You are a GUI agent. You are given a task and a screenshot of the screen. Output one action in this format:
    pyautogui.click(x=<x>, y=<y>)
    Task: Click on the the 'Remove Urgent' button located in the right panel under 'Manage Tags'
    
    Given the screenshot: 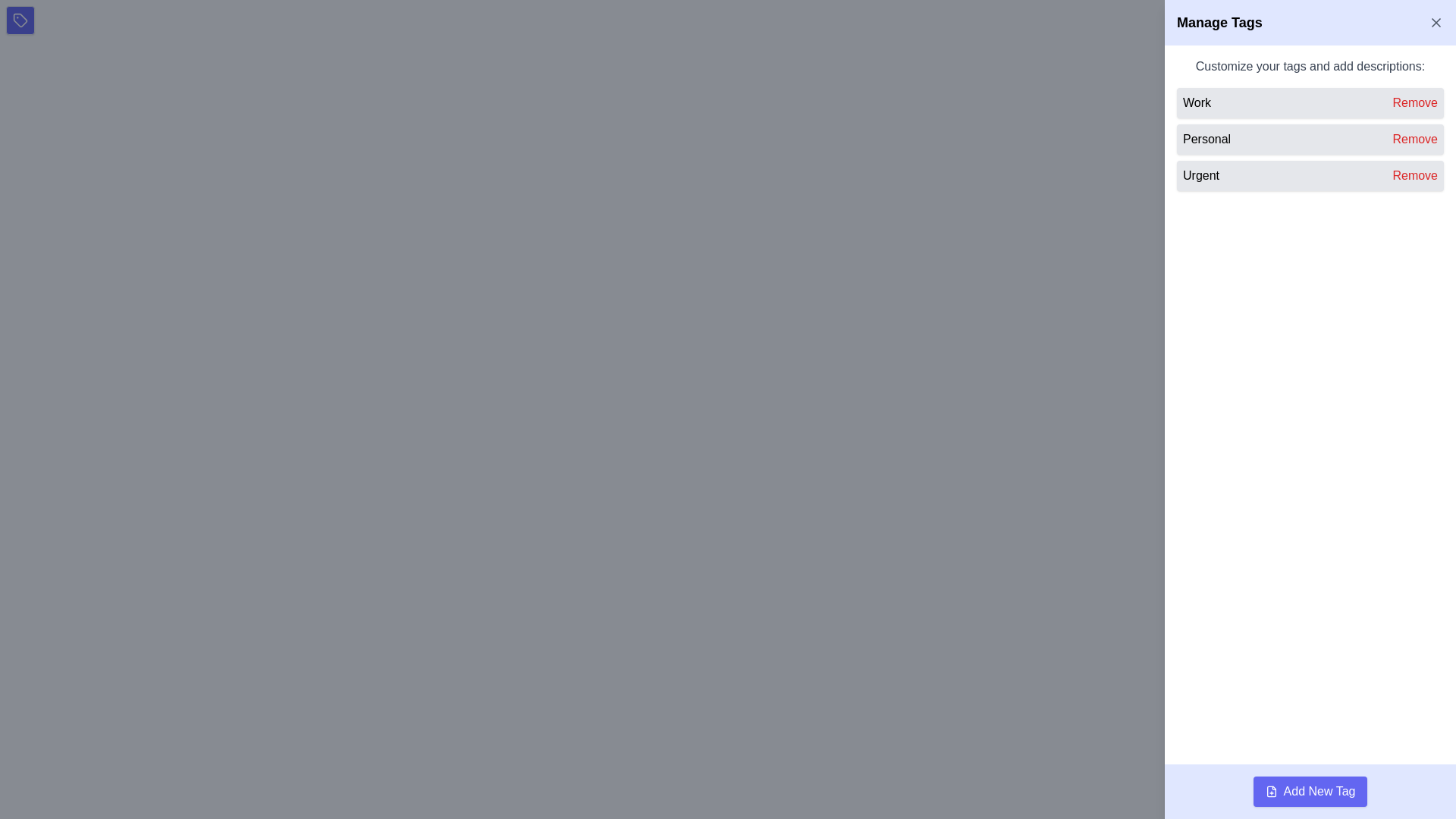 What is the action you would take?
    pyautogui.click(x=1414, y=174)
    